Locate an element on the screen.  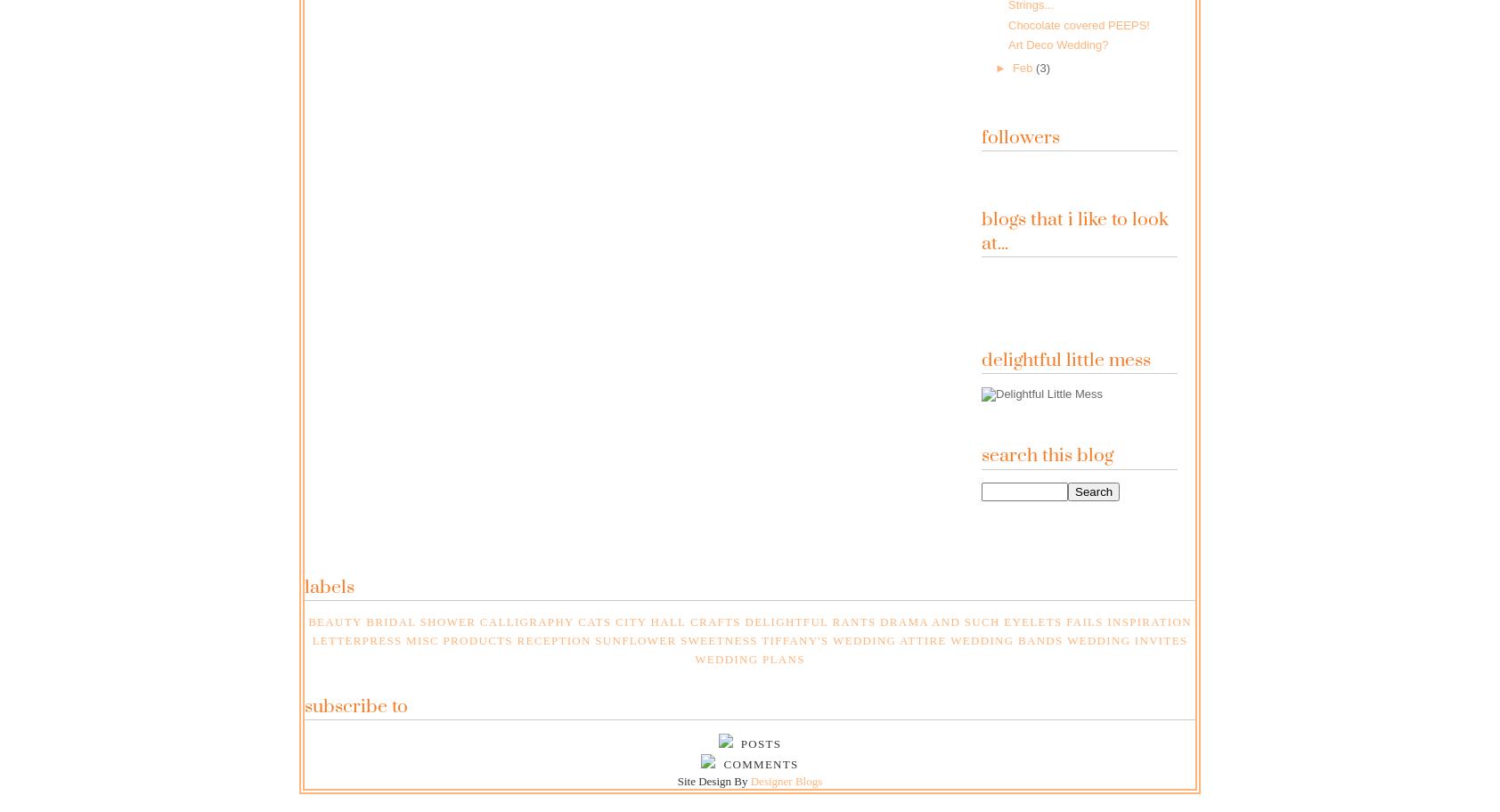
'Labels' is located at coordinates (329, 586).